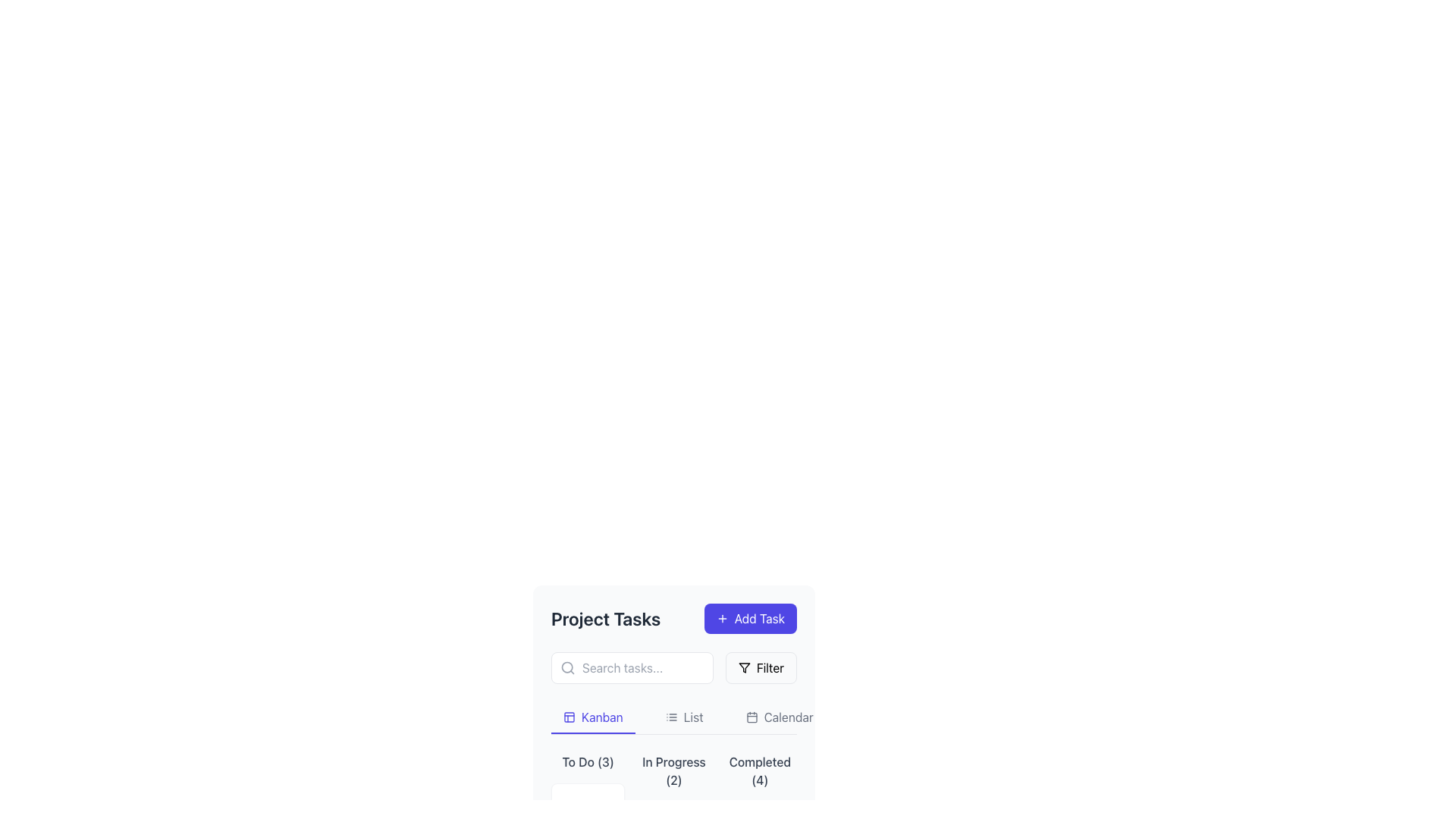 The width and height of the screenshot is (1456, 819). What do you see at coordinates (760, 771) in the screenshot?
I see `the text label displaying 'Completed (4)' which is styled with a medium font weight and gray color, located in the lower right portion of the interface within the task statuses section` at bounding box center [760, 771].